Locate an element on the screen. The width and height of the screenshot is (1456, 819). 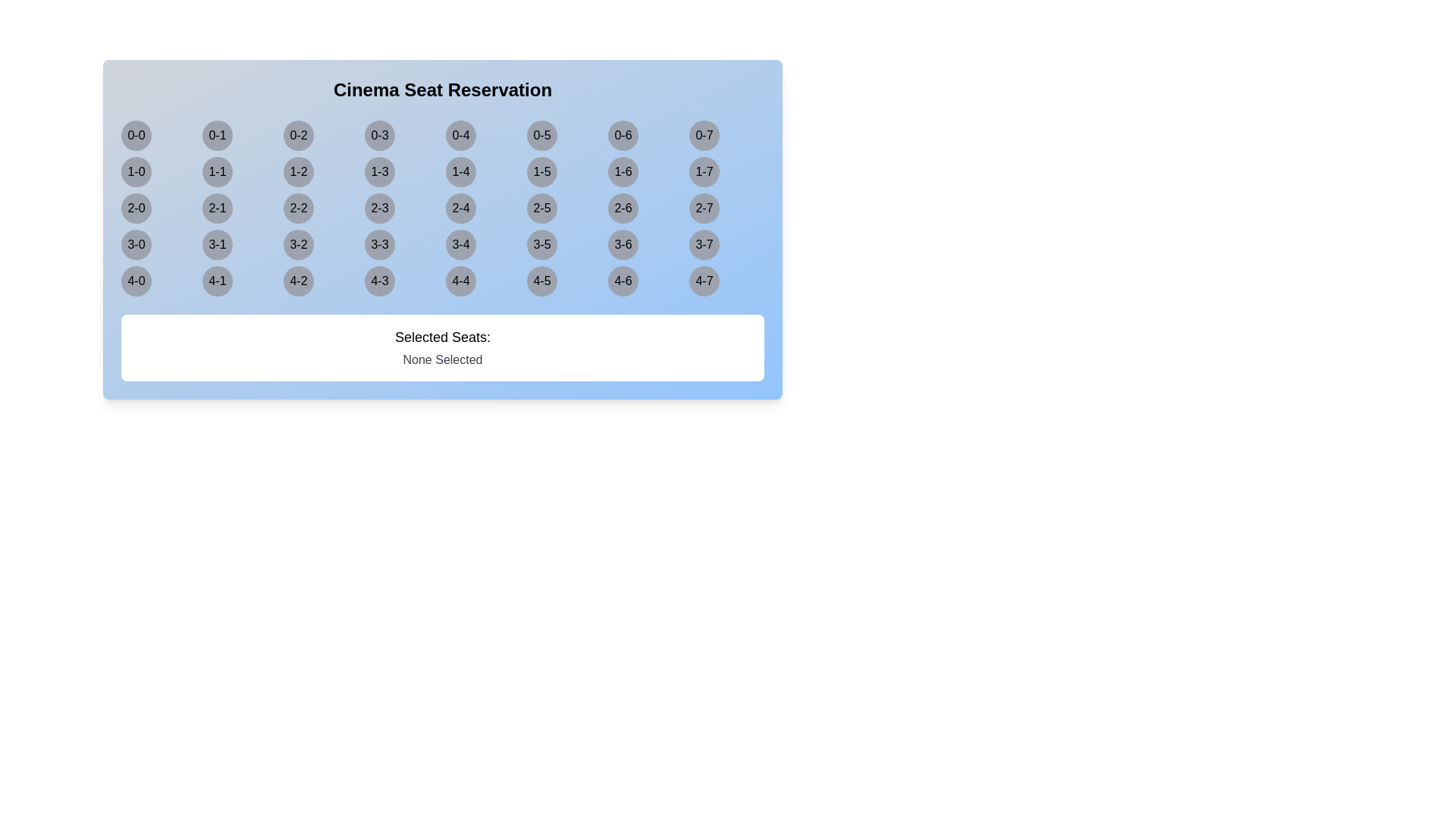
the circular button labeled '4-6' with a gray background located is located at coordinates (623, 281).